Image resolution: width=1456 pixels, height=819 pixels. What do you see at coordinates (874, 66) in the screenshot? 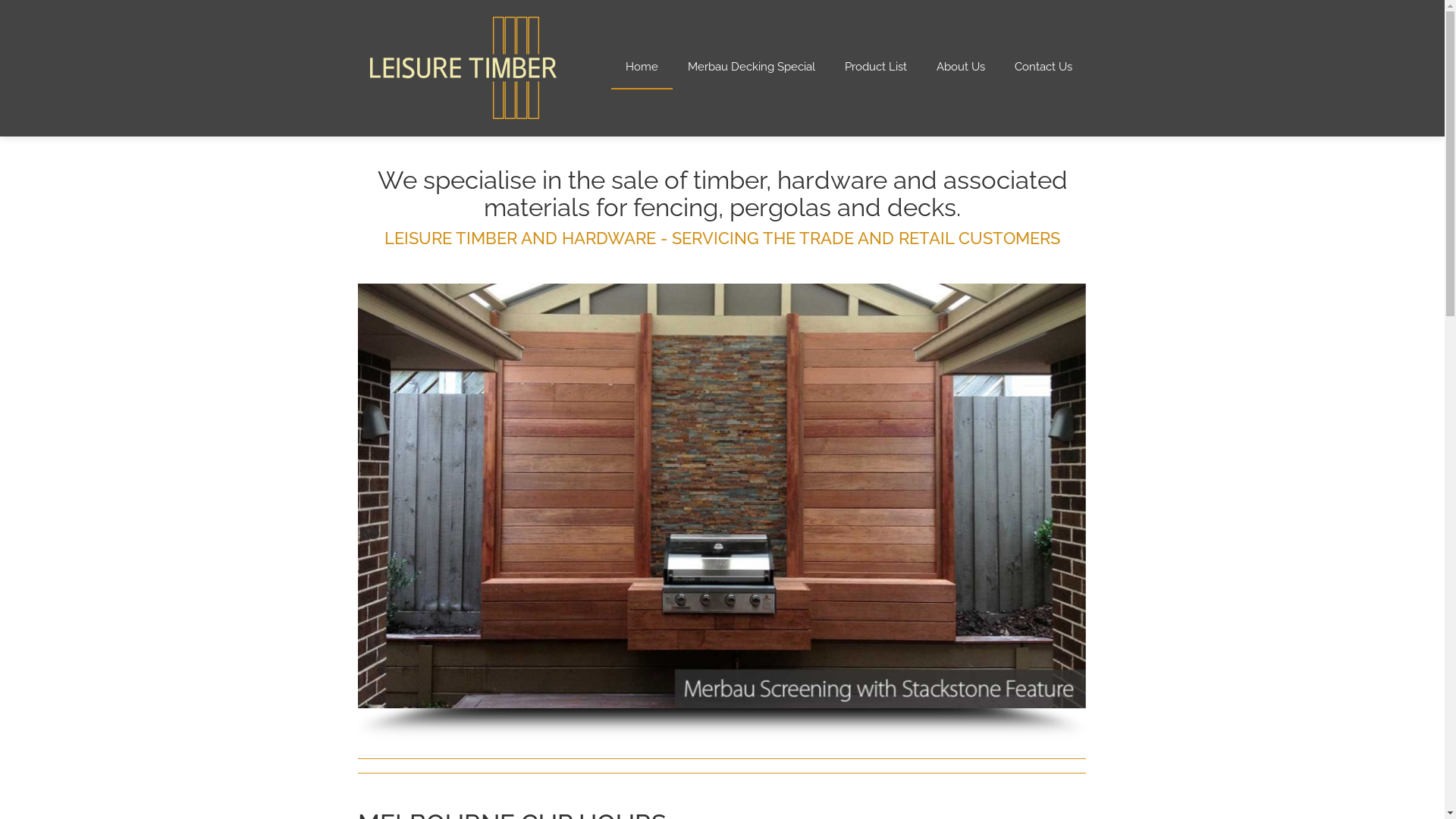
I see `'Product List'` at bounding box center [874, 66].